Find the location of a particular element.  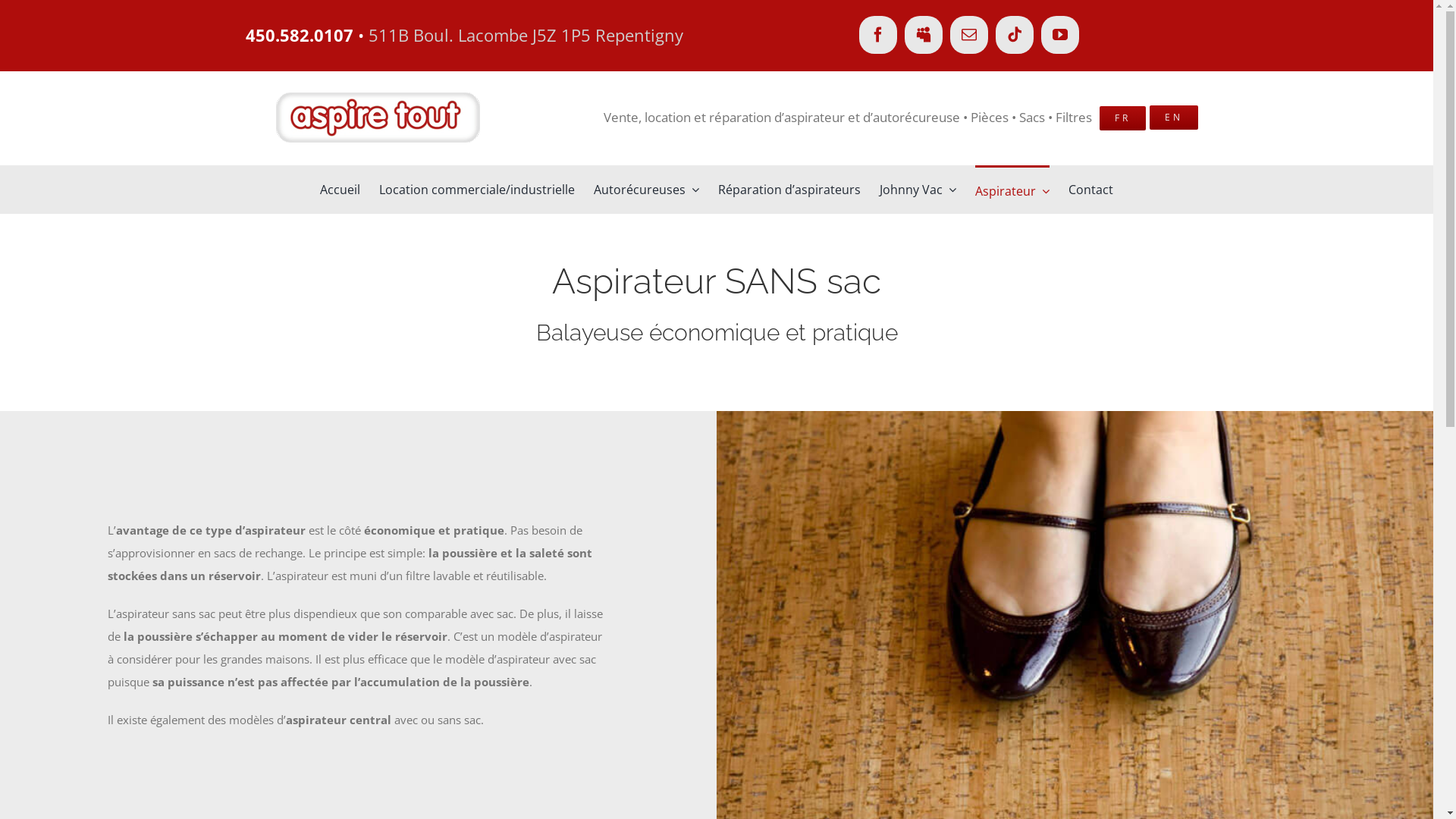

'Johnny Vac' is located at coordinates (917, 189).